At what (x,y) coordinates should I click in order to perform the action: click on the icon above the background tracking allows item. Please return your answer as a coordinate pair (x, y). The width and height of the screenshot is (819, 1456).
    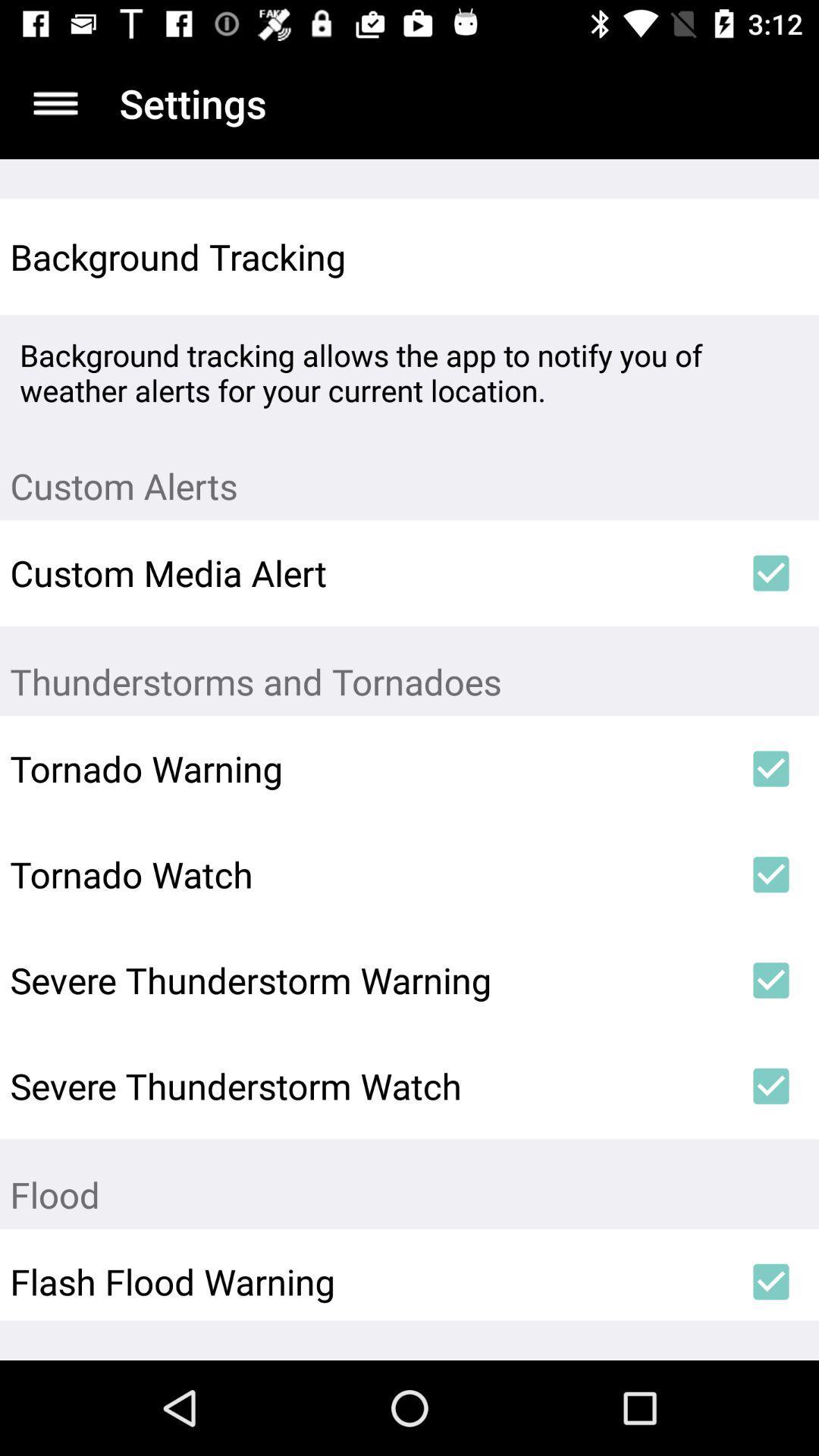
    Looking at the image, I should click on (771, 257).